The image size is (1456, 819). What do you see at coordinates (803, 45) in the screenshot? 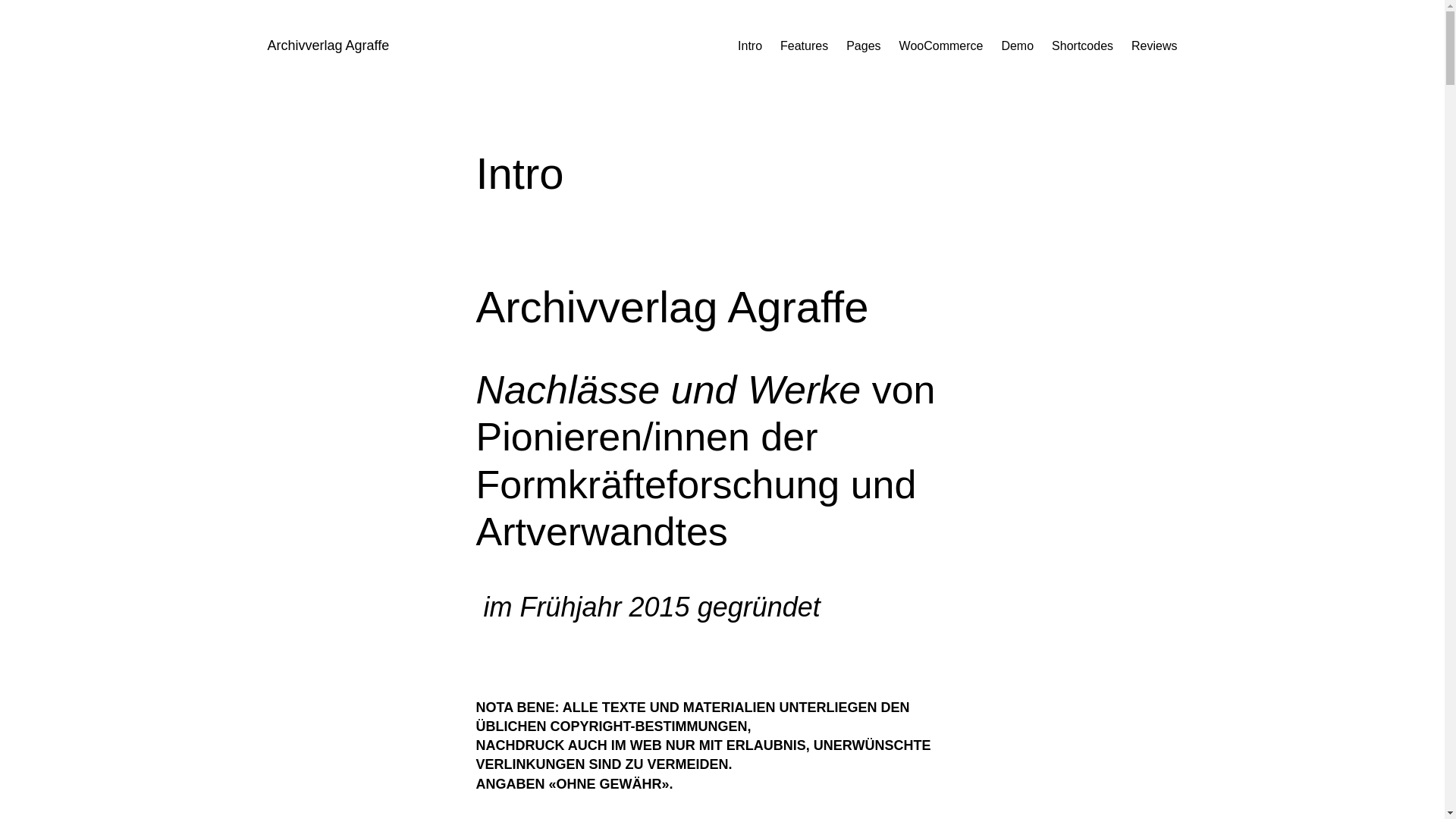
I see `'Features'` at bounding box center [803, 45].